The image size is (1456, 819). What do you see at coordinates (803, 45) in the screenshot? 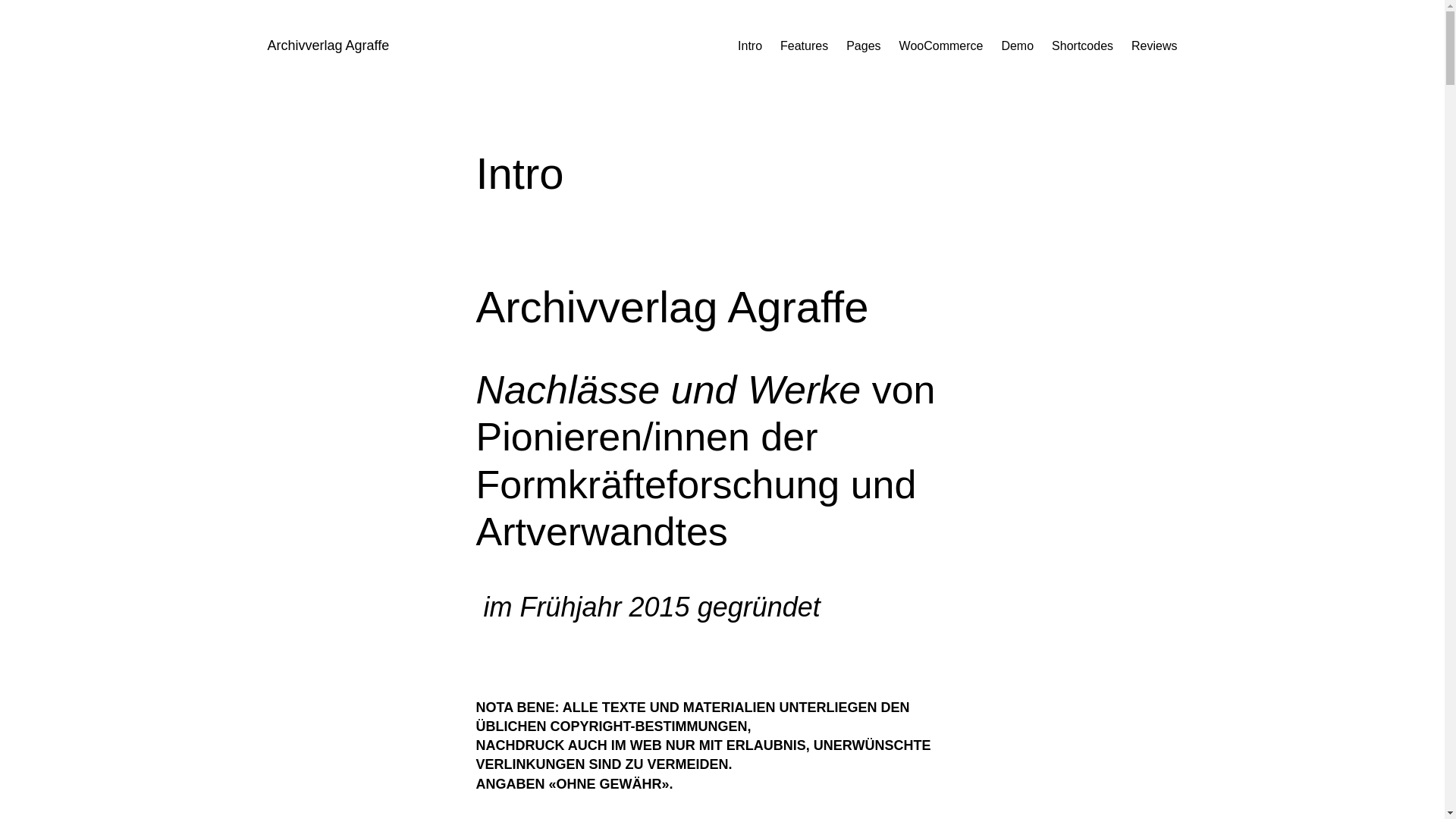
I see `'Features'` at bounding box center [803, 45].